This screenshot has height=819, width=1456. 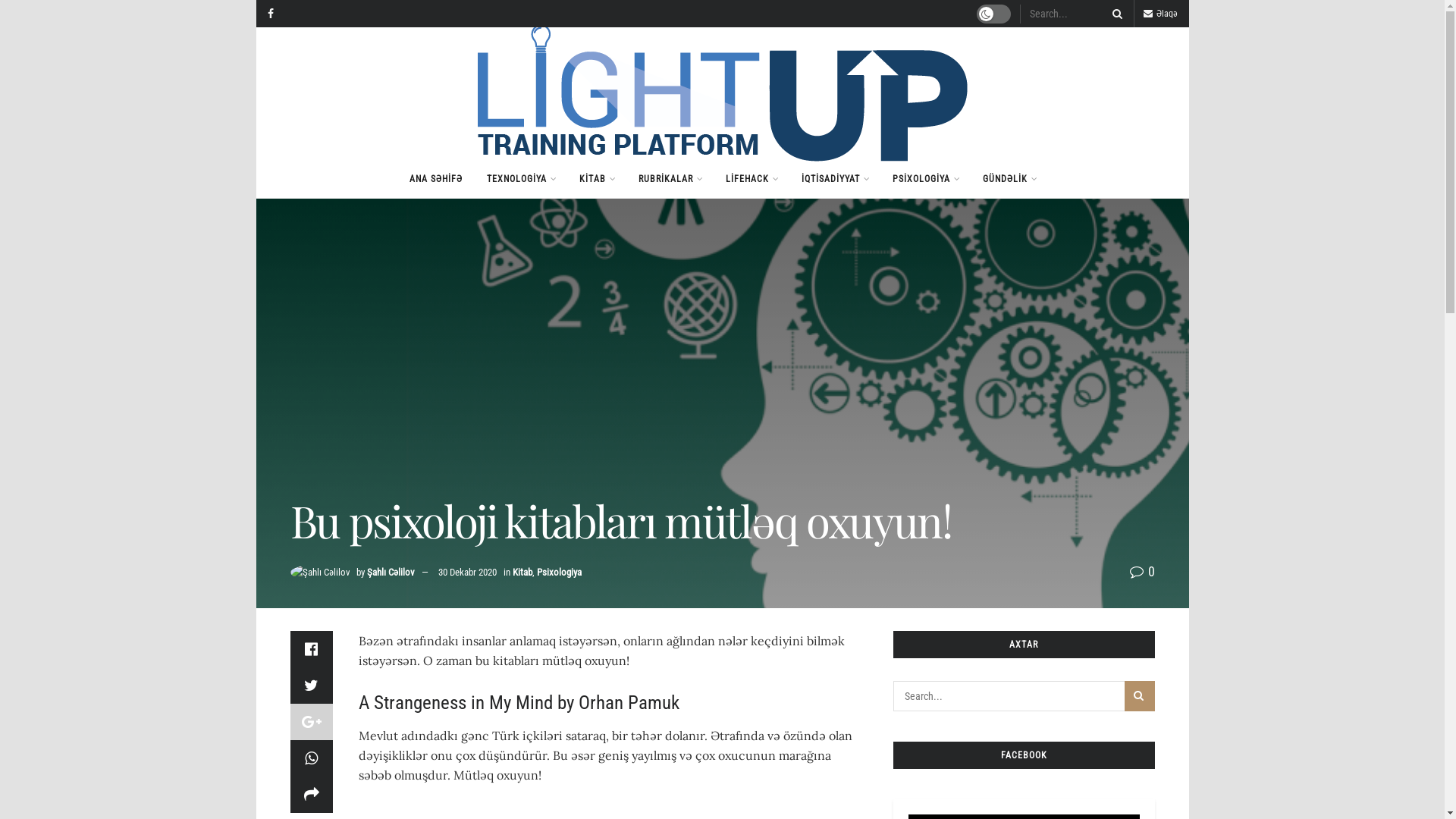 I want to click on 'Psixologiya', so click(x=537, y=572).